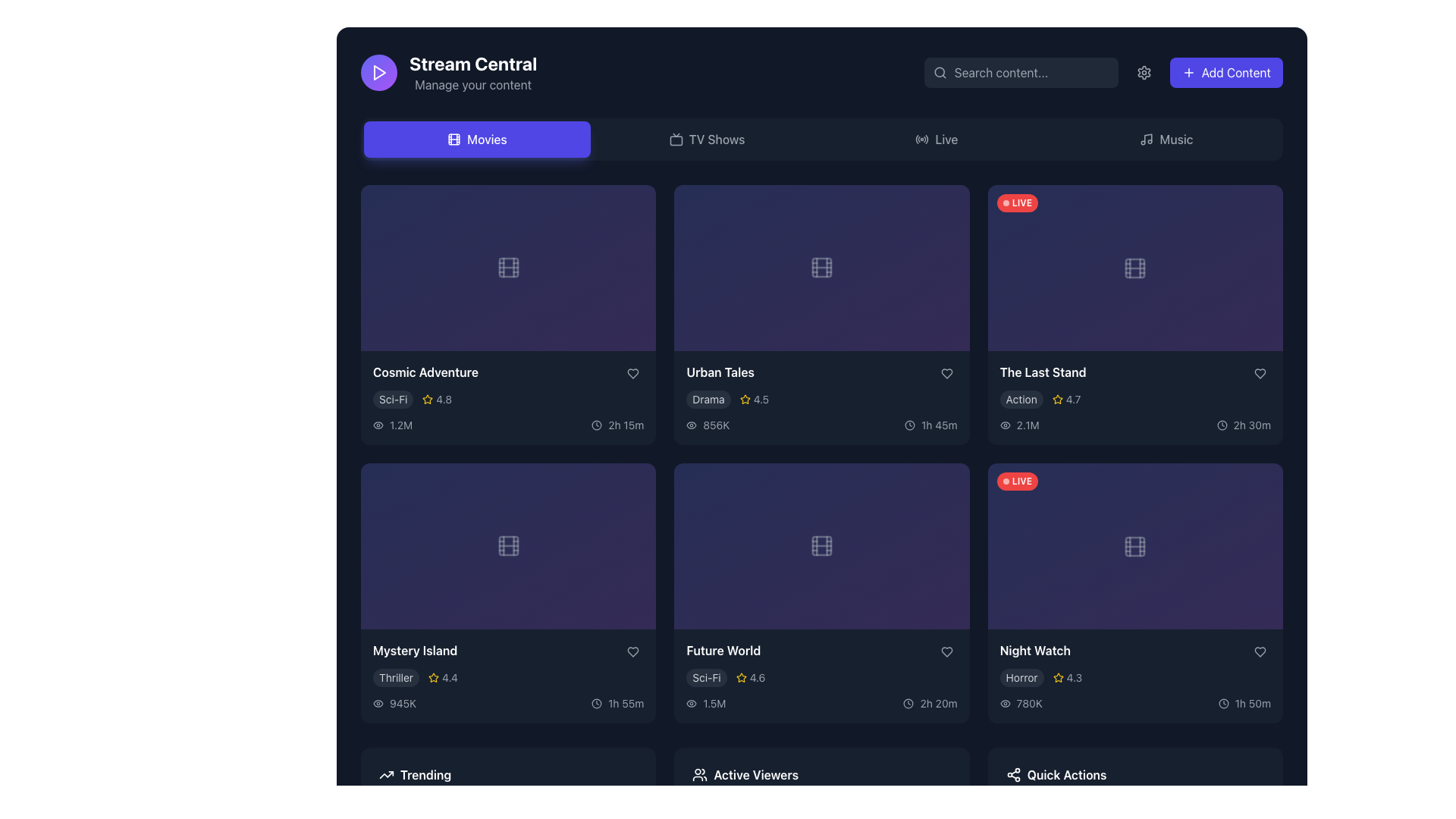 The height and width of the screenshot is (819, 1456). Describe the element at coordinates (930, 703) in the screenshot. I see `the text label displaying '2h 20m' with a clock icon in gray font, located in the 'Future World' section of the bottom-right corner of the card layout` at that location.